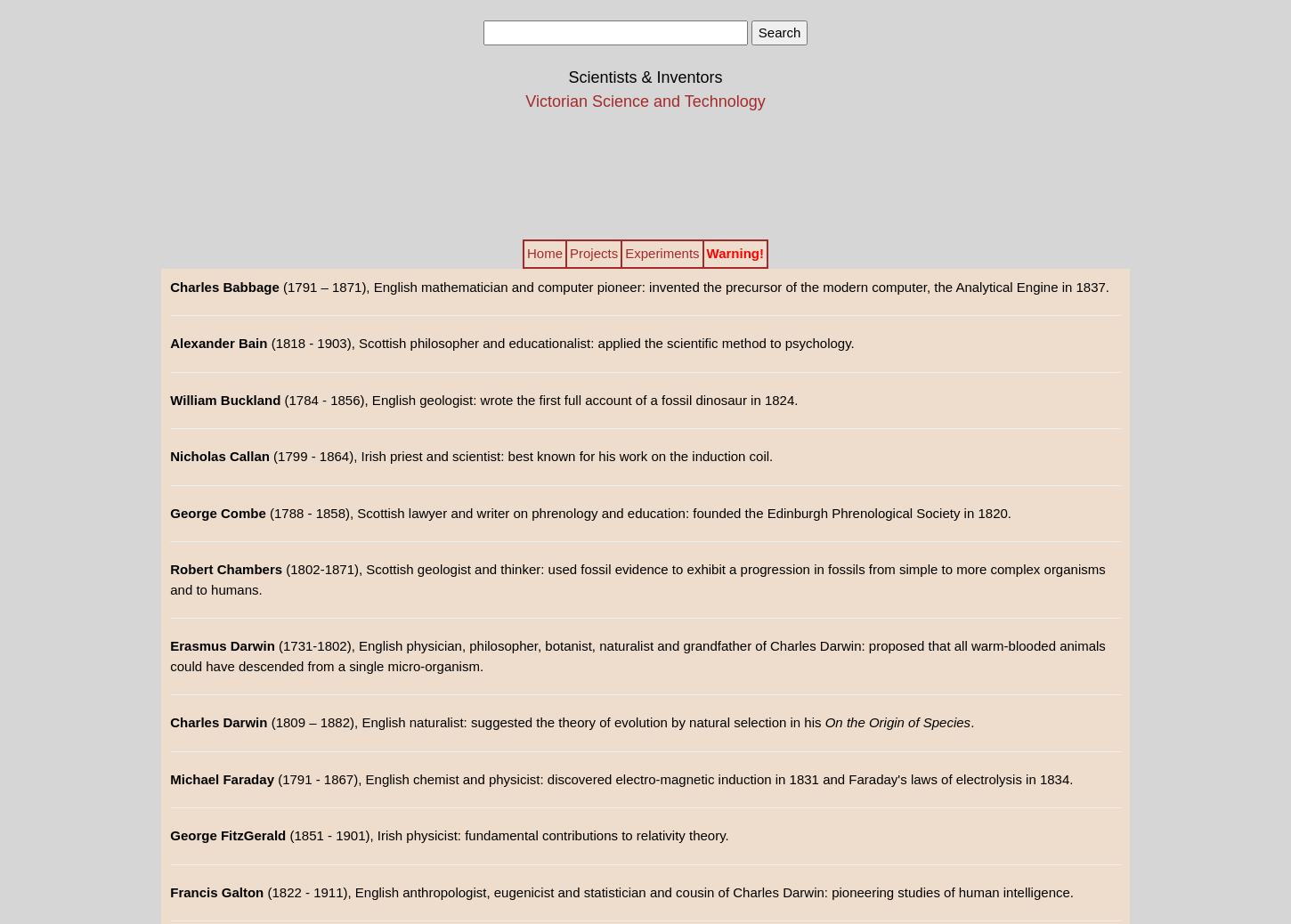  I want to click on '(1731-1802), English physician, philosopher, botanist, naturalist and grandfather of Charles Darwin: proposed that all warm-blooded animals could have descended from a single micro-organism.', so click(637, 654).